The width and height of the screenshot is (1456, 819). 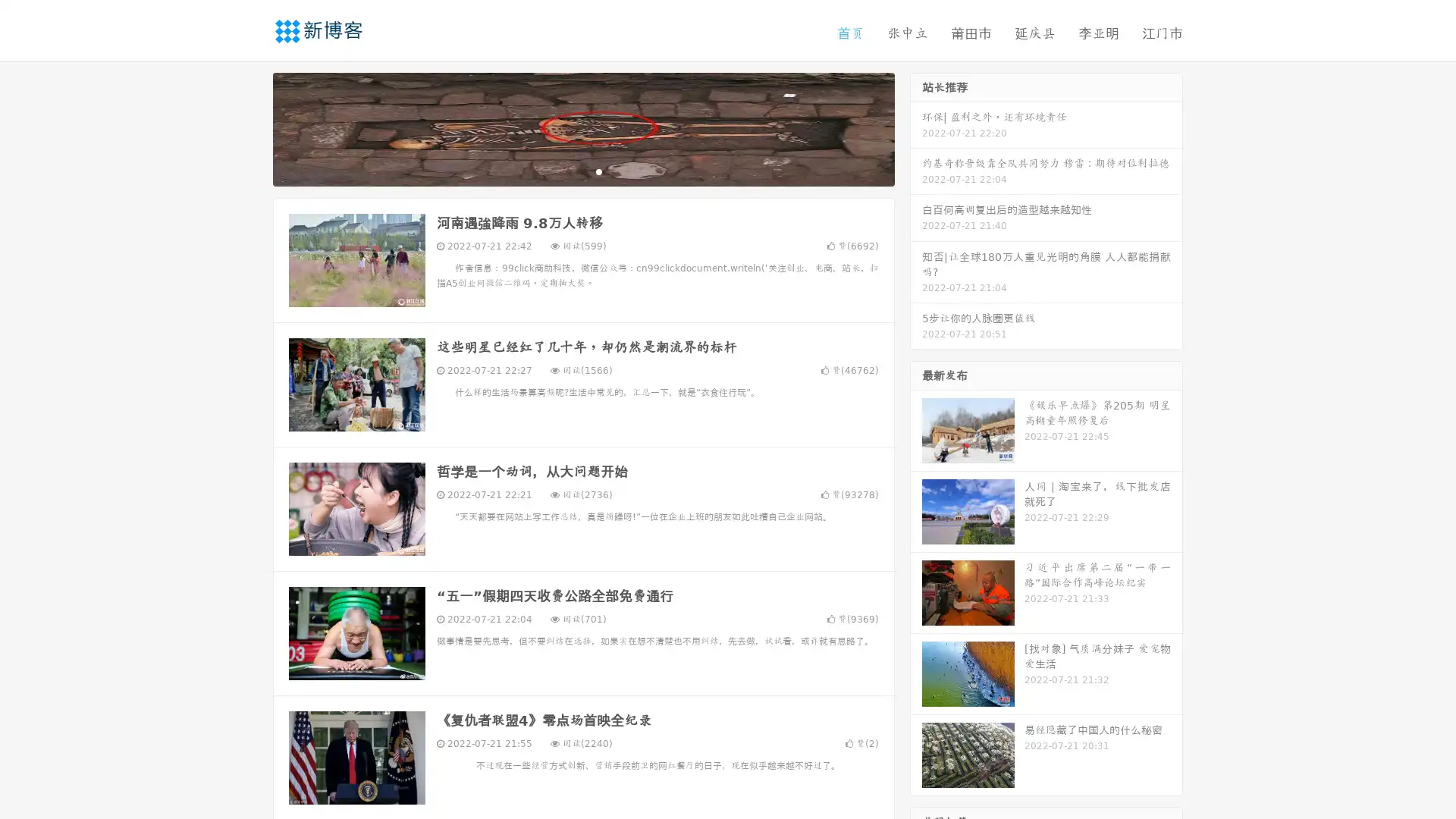 I want to click on Go to slide 2, so click(x=582, y=171).